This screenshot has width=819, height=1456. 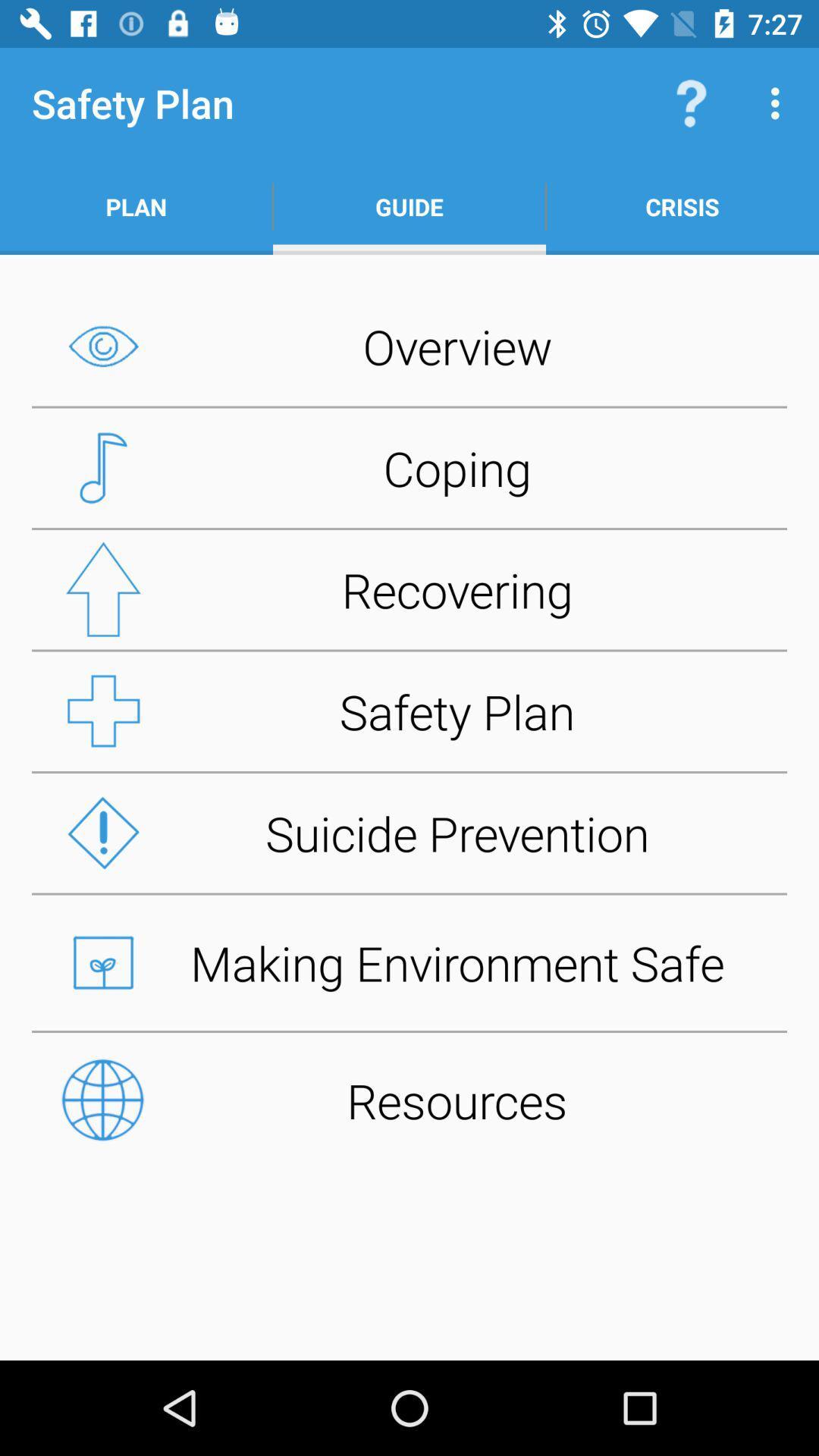 I want to click on item next to guide item, so click(x=681, y=206).